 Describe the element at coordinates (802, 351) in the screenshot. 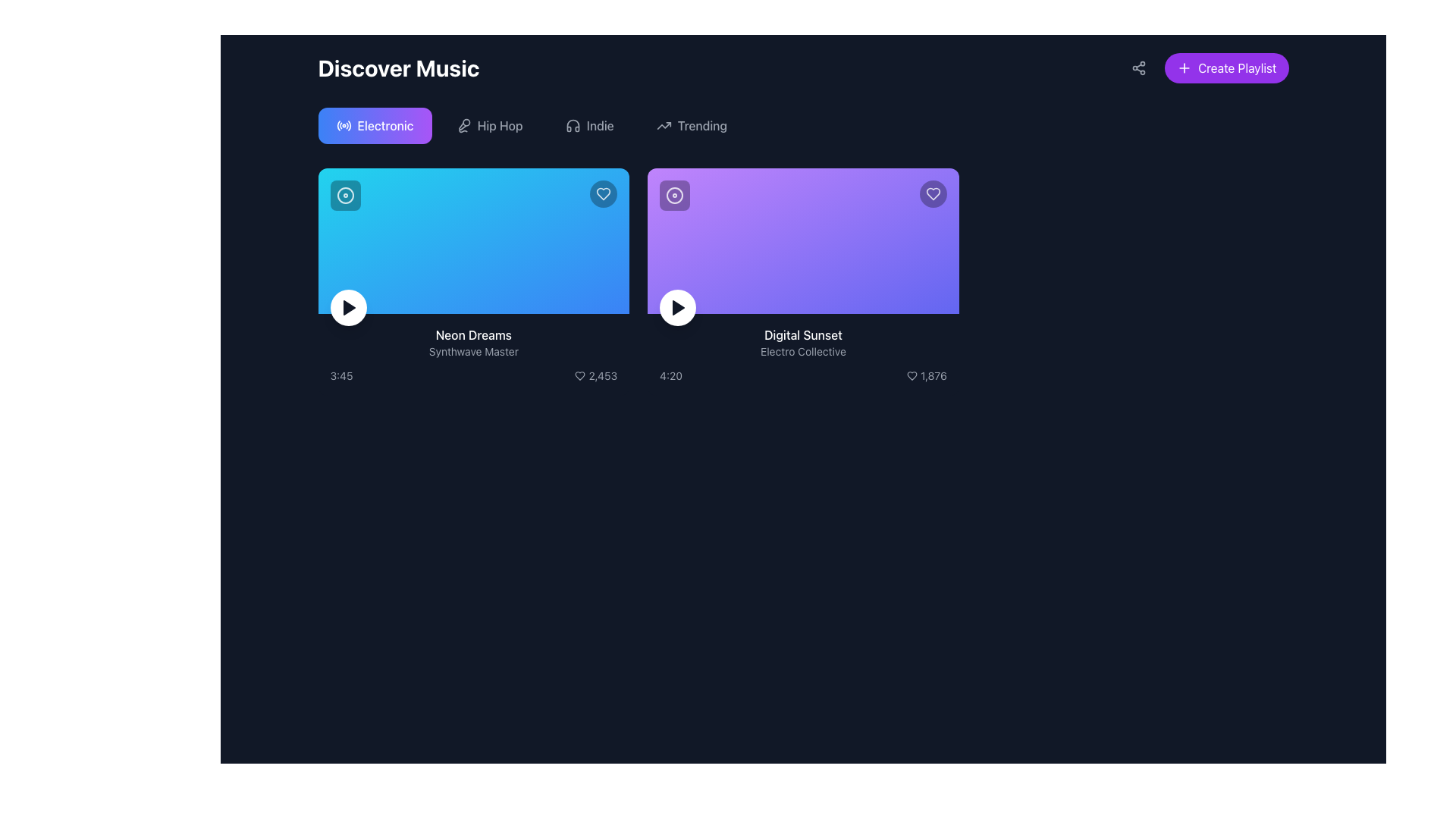

I see `the text label located below the title 'Digital Sunset' for accessibility purposes` at that location.